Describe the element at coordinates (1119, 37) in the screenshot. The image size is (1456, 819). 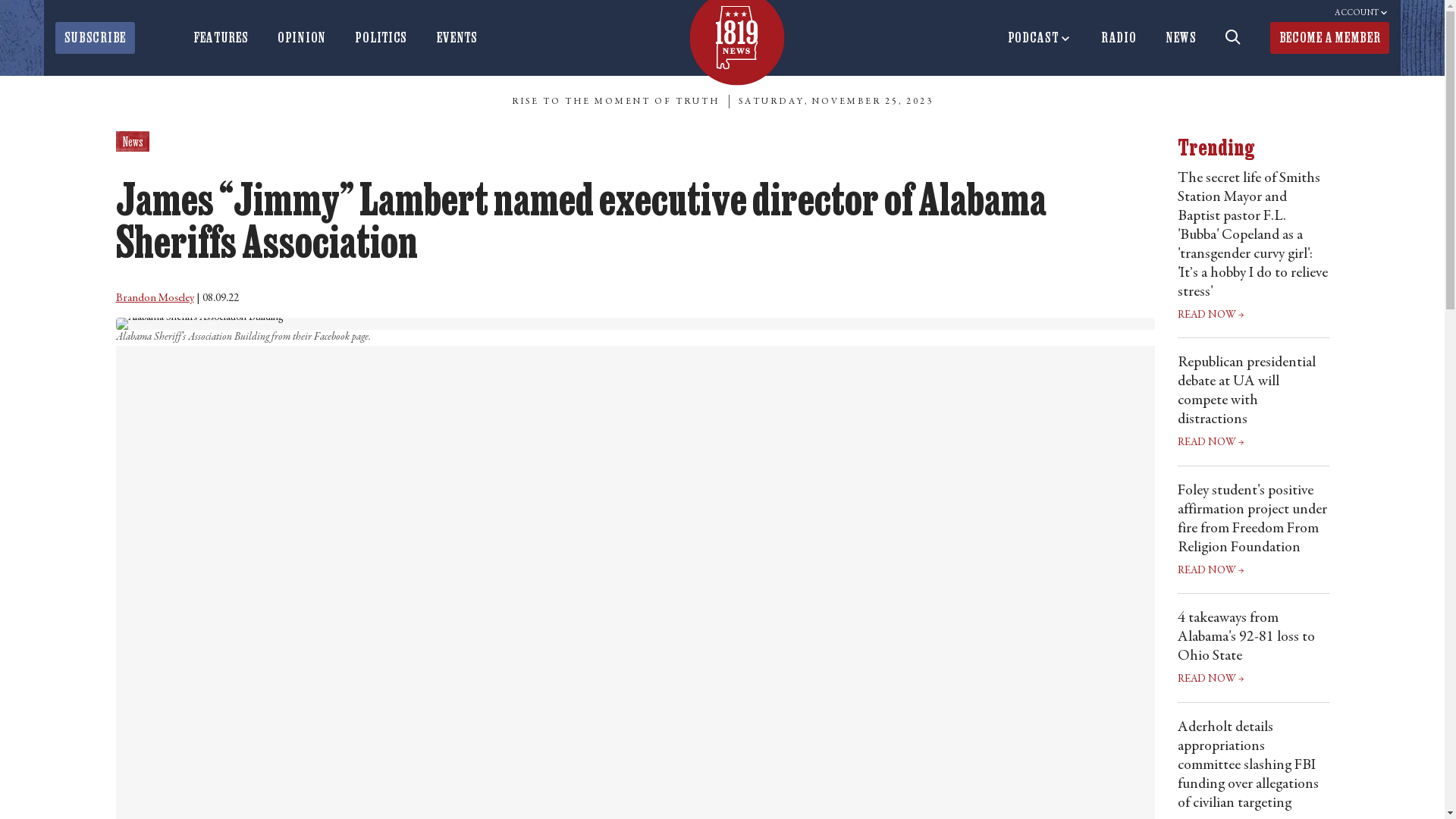
I see `'RADIO'` at that location.